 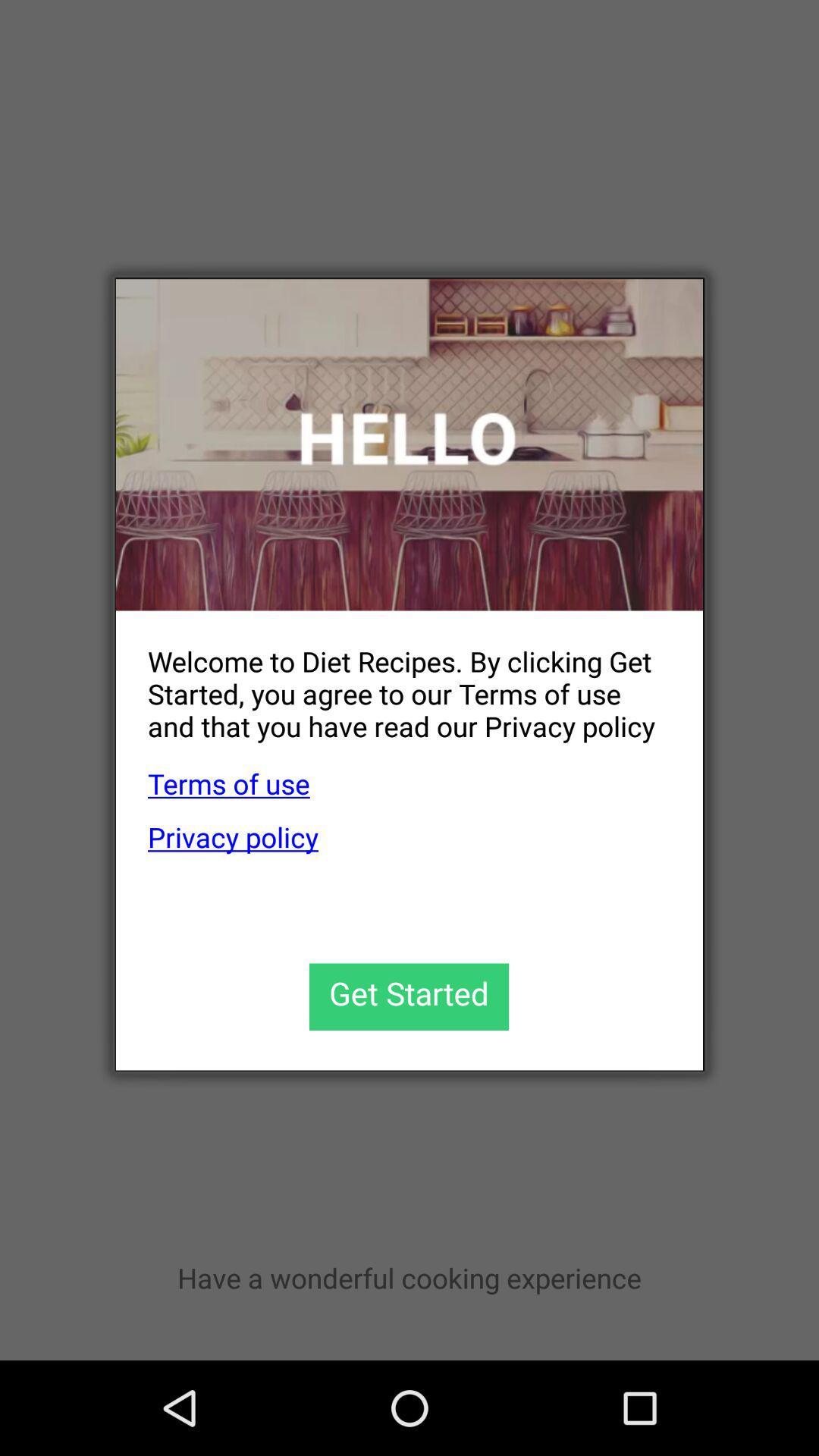 What do you see at coordinates (408, 996) in the screenshot?
I see `item below privacy policy item` at bounding box center [408, 996].